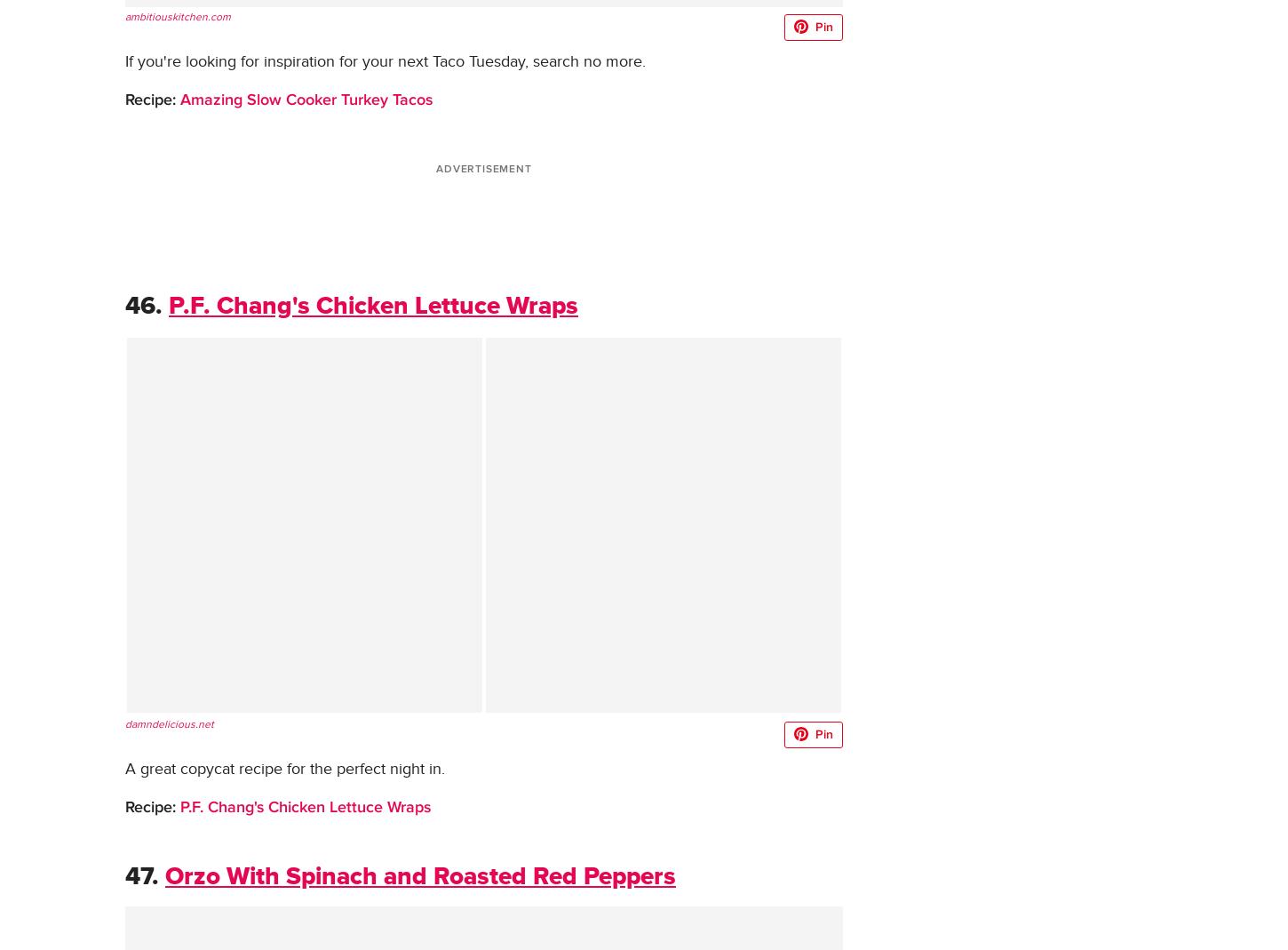 The height and width of the screenshot is (950, 1288). I want to click on 'ADVERTISEMENT', so click(483, 168).